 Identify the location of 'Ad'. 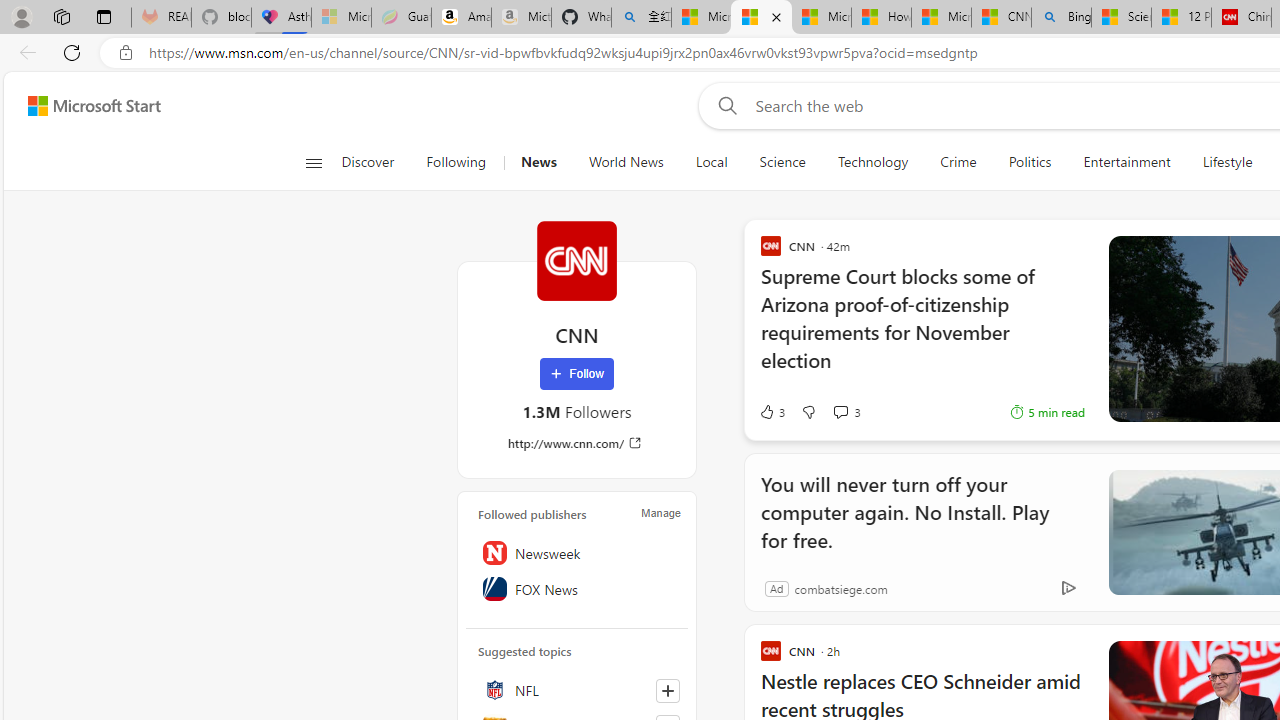
(775, 587).